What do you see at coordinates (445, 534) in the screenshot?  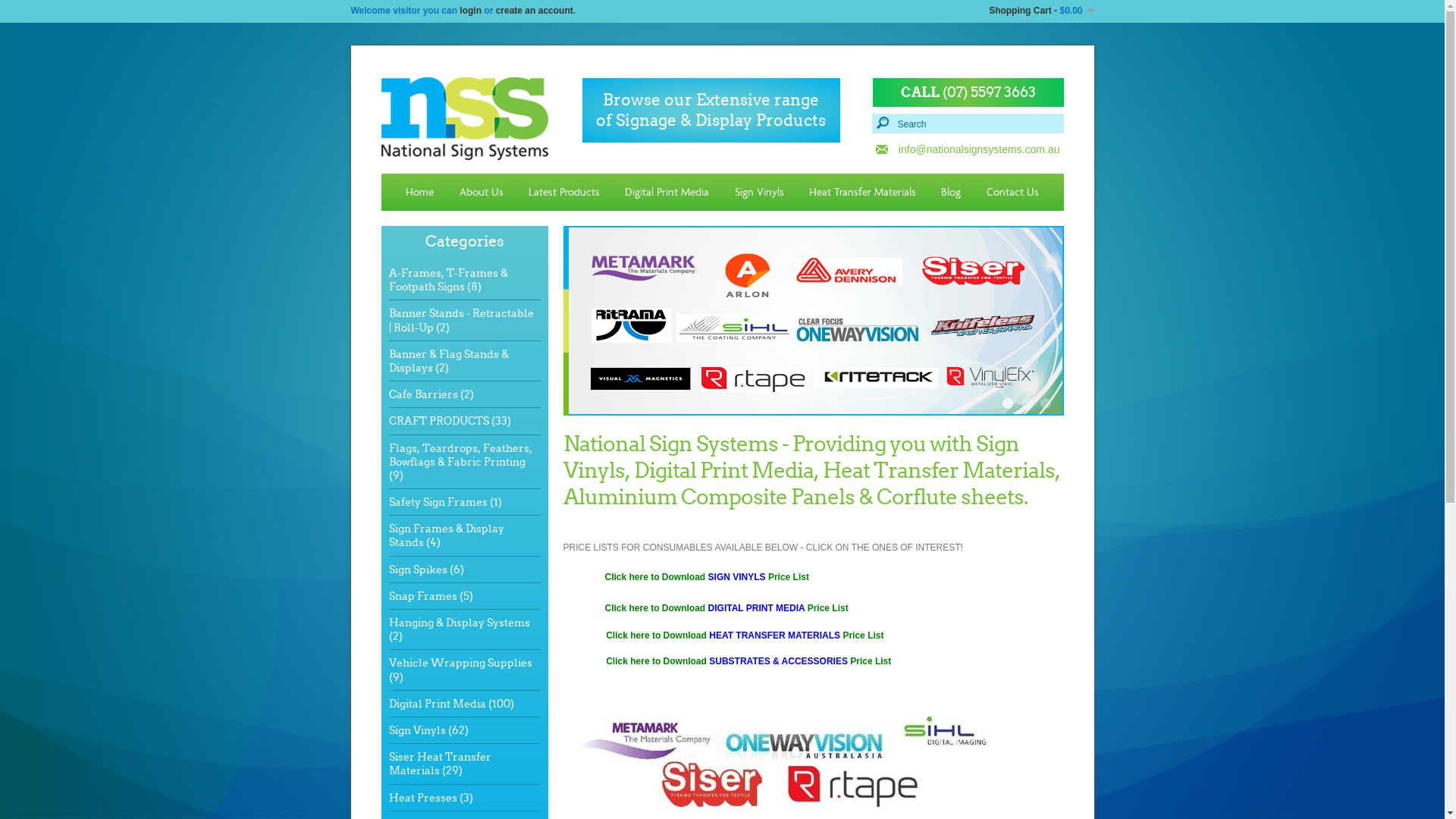 I see `'Sign Frames & Display Stands (4)'` at bounding box center [445, 534].